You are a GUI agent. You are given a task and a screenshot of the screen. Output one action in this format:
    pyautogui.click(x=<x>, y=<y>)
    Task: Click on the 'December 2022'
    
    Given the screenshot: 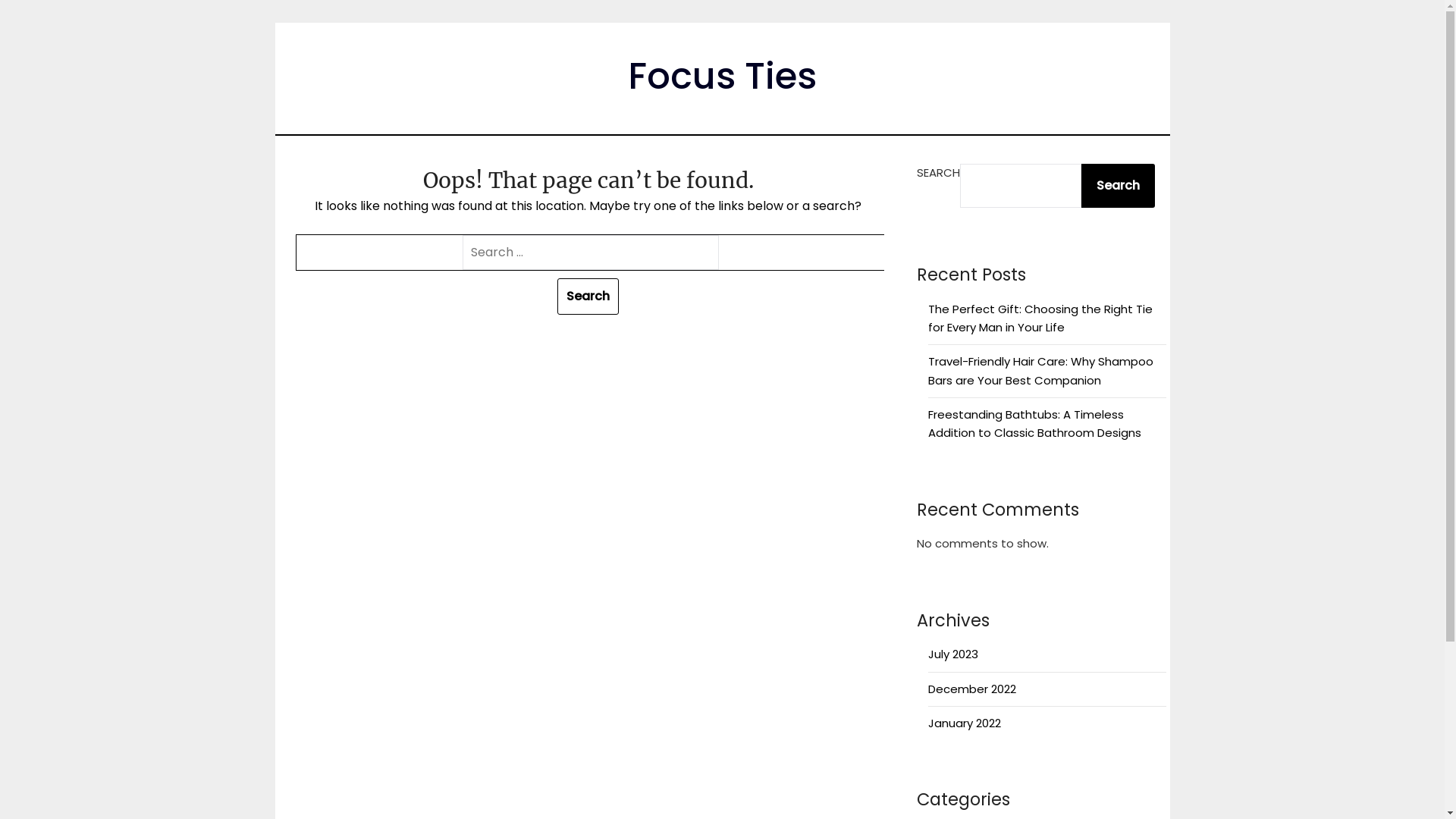 What is the action you would take?
    pyautogui.click(x=971, y=689)
    